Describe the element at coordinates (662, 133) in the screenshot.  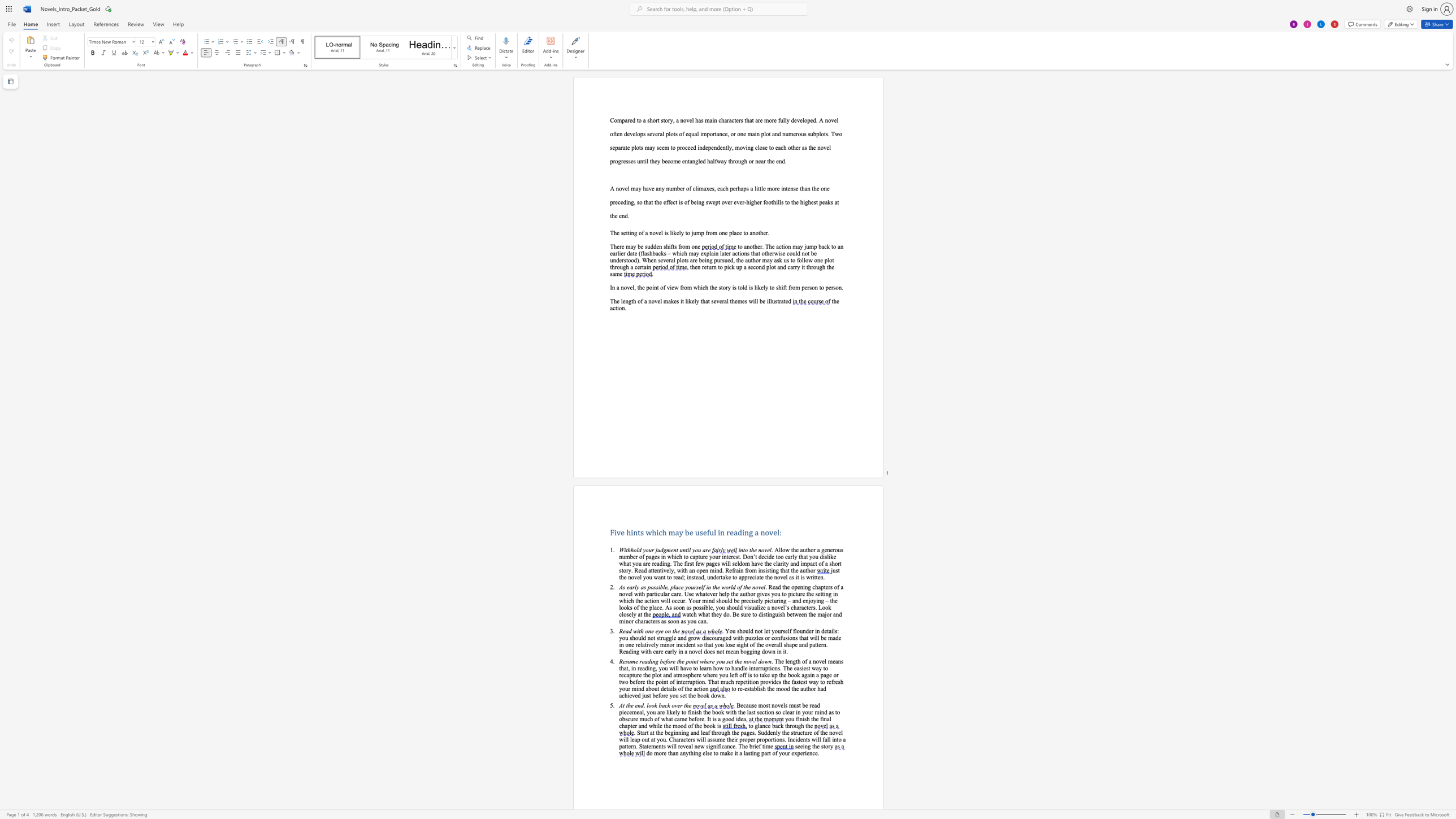
I see `the 7th character "l" in the text` at that location.